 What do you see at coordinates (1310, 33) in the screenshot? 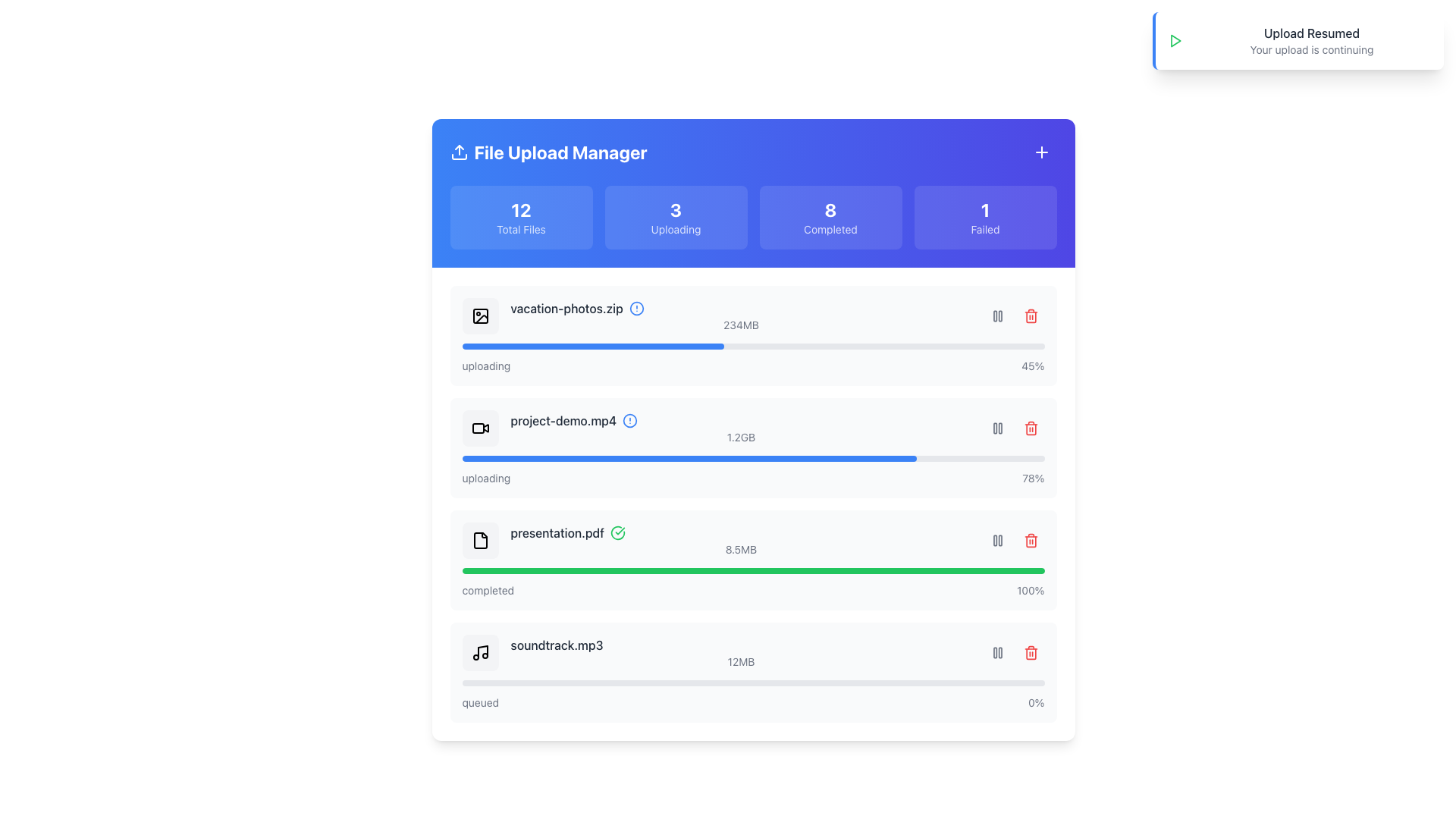
I see `text label that indicates the upload process has resumed, located at the top-right corner of the interface within the notification box` at bounding box center [1310, 33].